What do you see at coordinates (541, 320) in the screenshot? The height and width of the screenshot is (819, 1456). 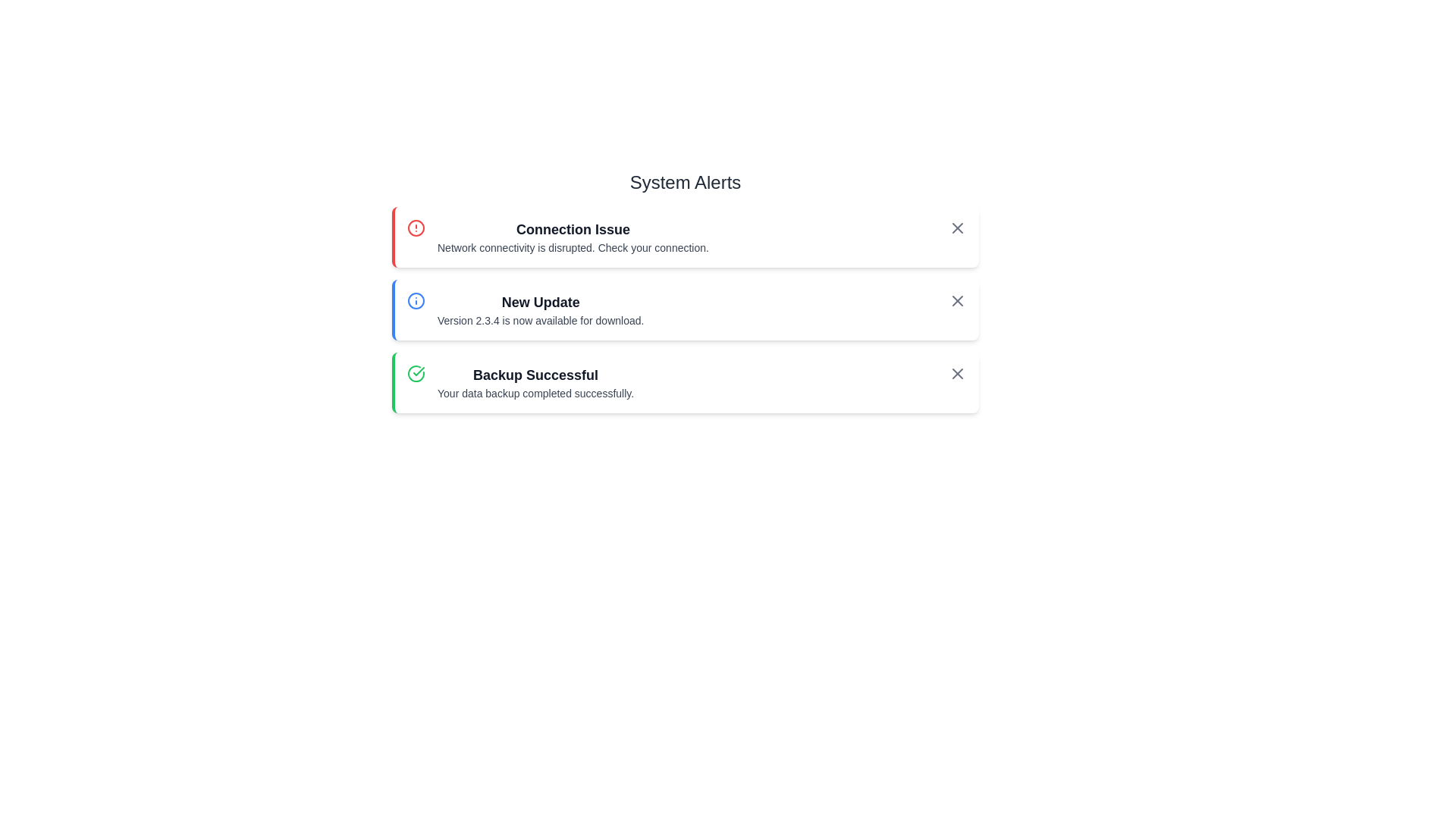 I see `the text label stating 'Version 2.3.4 is now available for download.' which is located beneath the heading 'New Update' in the second notification card` at bounding box center [541, 320].